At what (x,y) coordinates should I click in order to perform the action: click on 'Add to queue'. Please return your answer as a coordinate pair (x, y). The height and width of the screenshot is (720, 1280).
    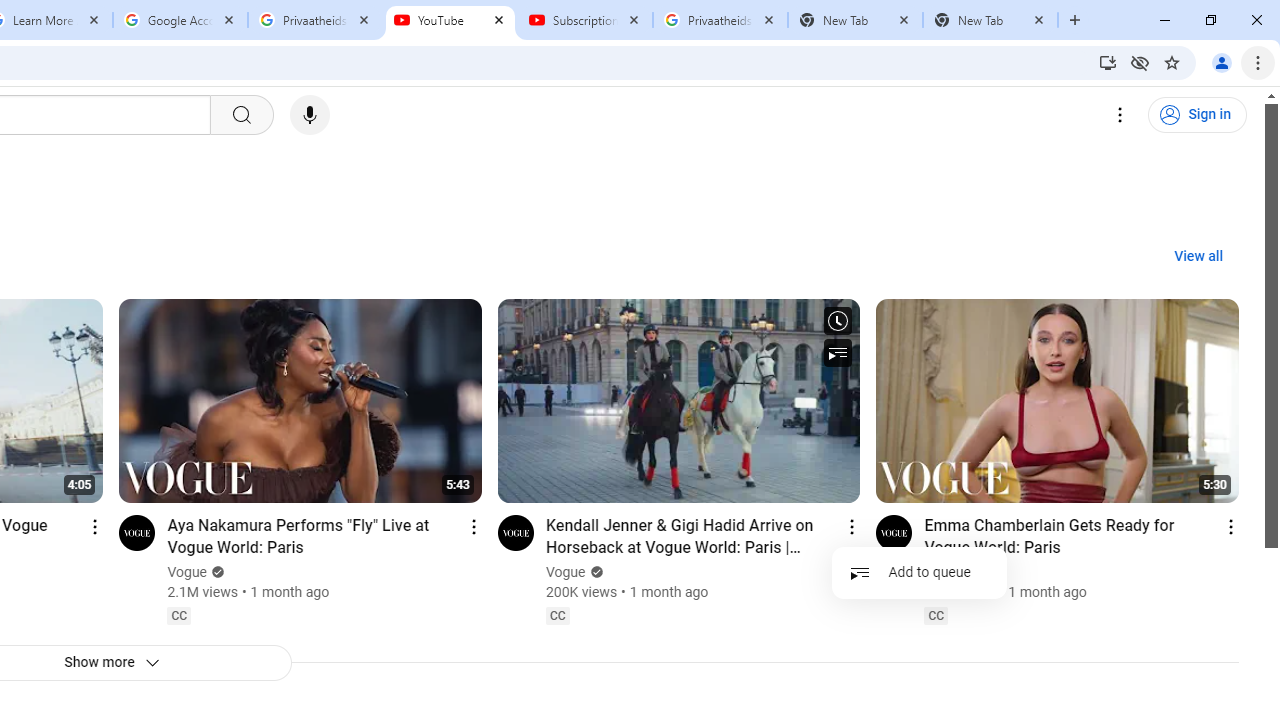
    Looking at the image, I should click on (918, 572).